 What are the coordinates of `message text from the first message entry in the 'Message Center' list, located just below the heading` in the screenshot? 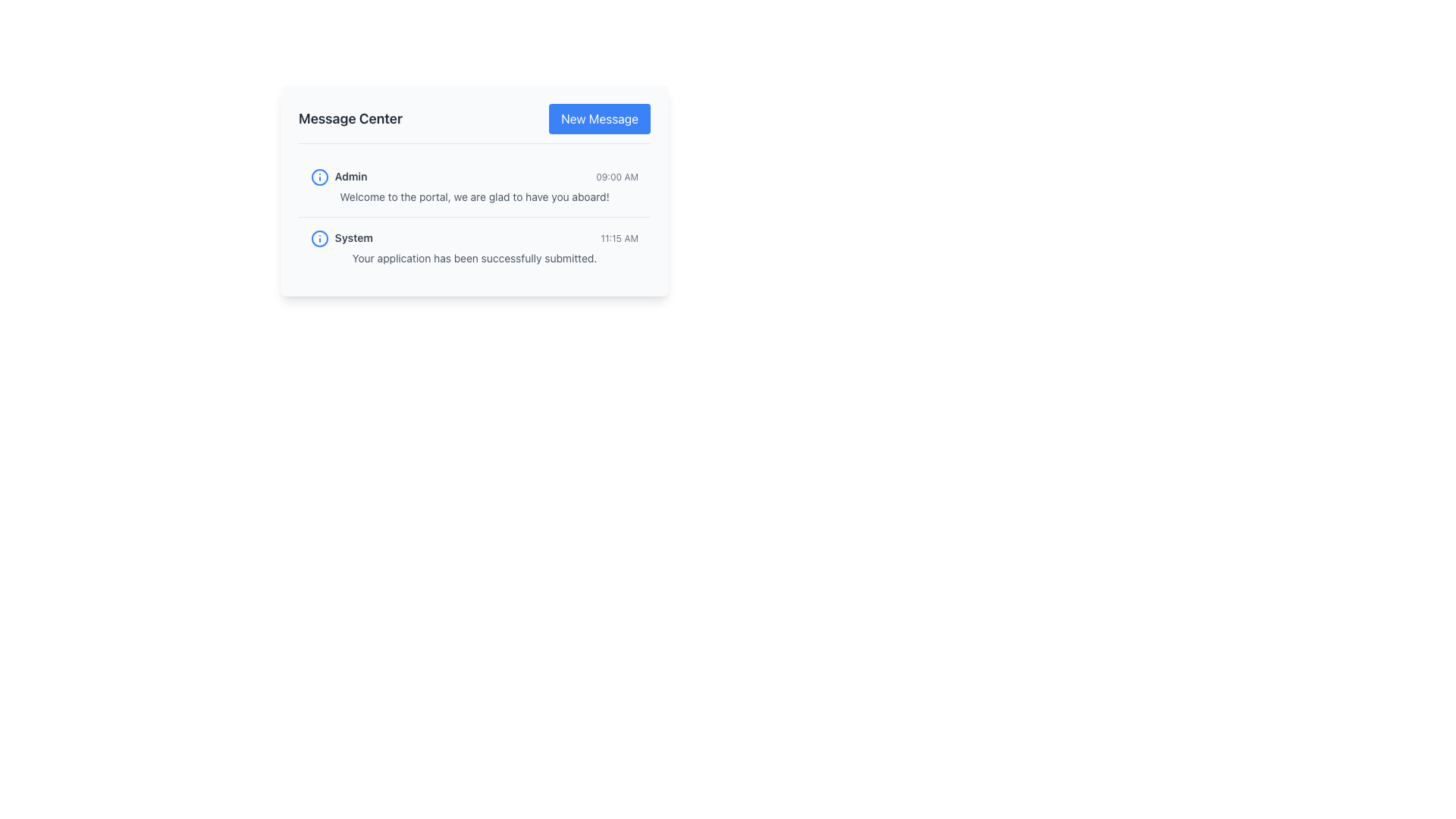 It's located at (473, 186).